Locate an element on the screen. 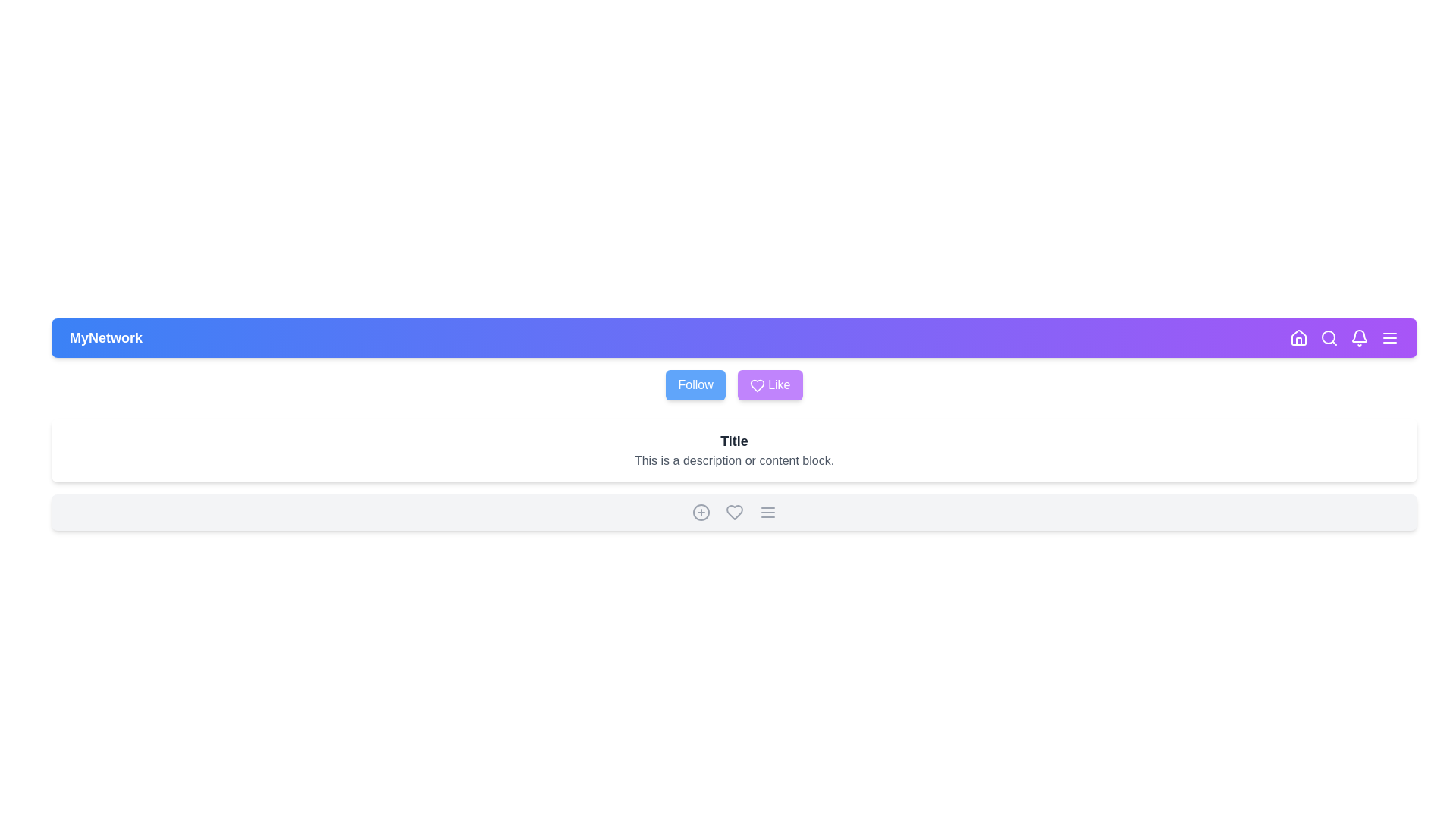  the SVG Circle located at the leftmost position of the lower navigation bar, which serves as a design element or interactive point is located at coordinates (700, 512).